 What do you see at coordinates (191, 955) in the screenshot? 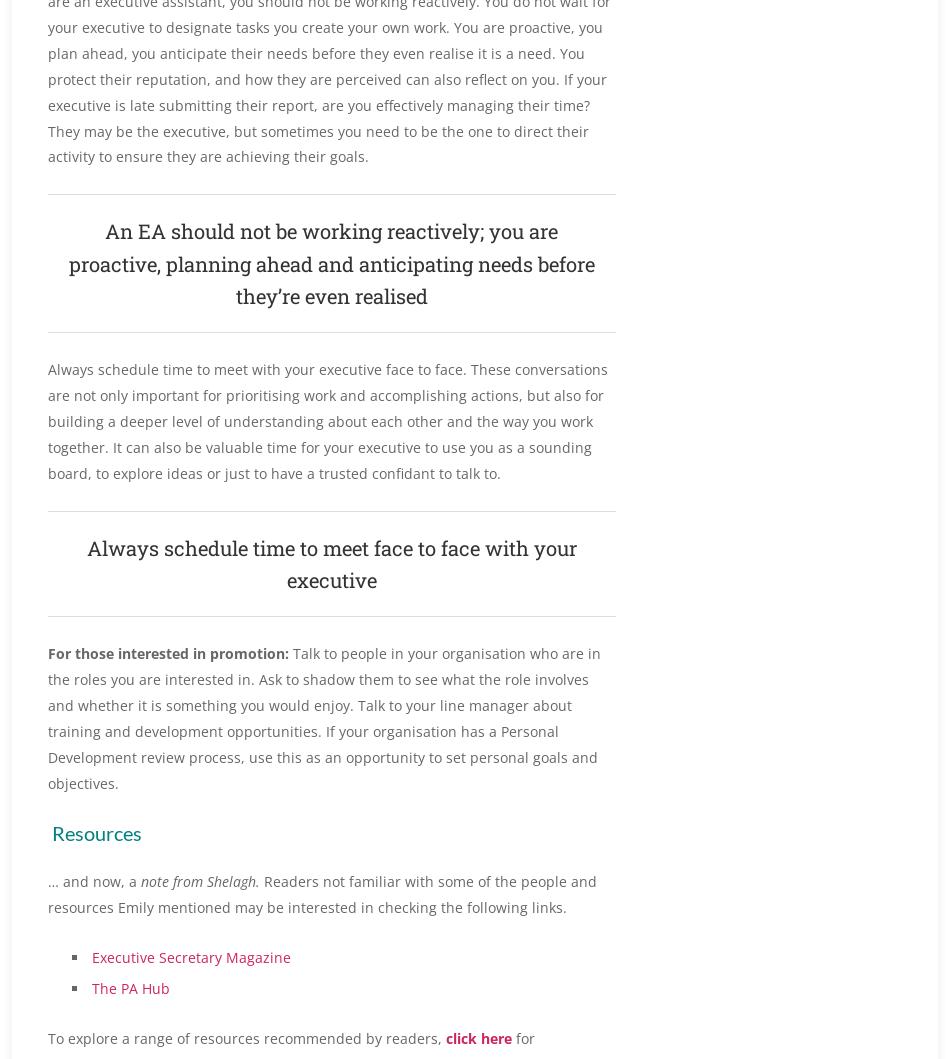
I see `'Executive Secretary Magazine'` at bounding box center [191, 955].